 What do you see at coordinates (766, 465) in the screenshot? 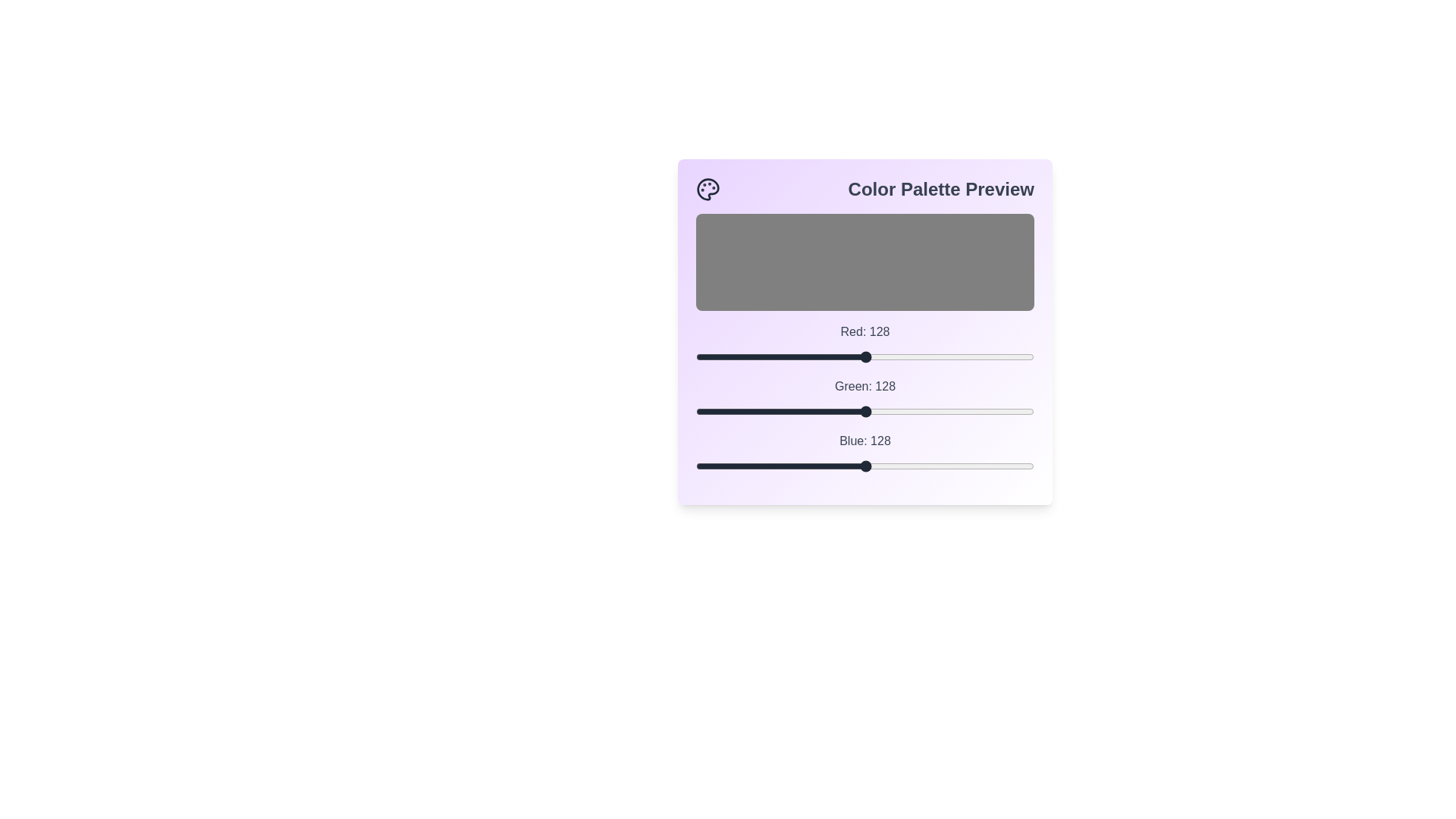
I see `the blue color value` at bounding box center [766, 465].